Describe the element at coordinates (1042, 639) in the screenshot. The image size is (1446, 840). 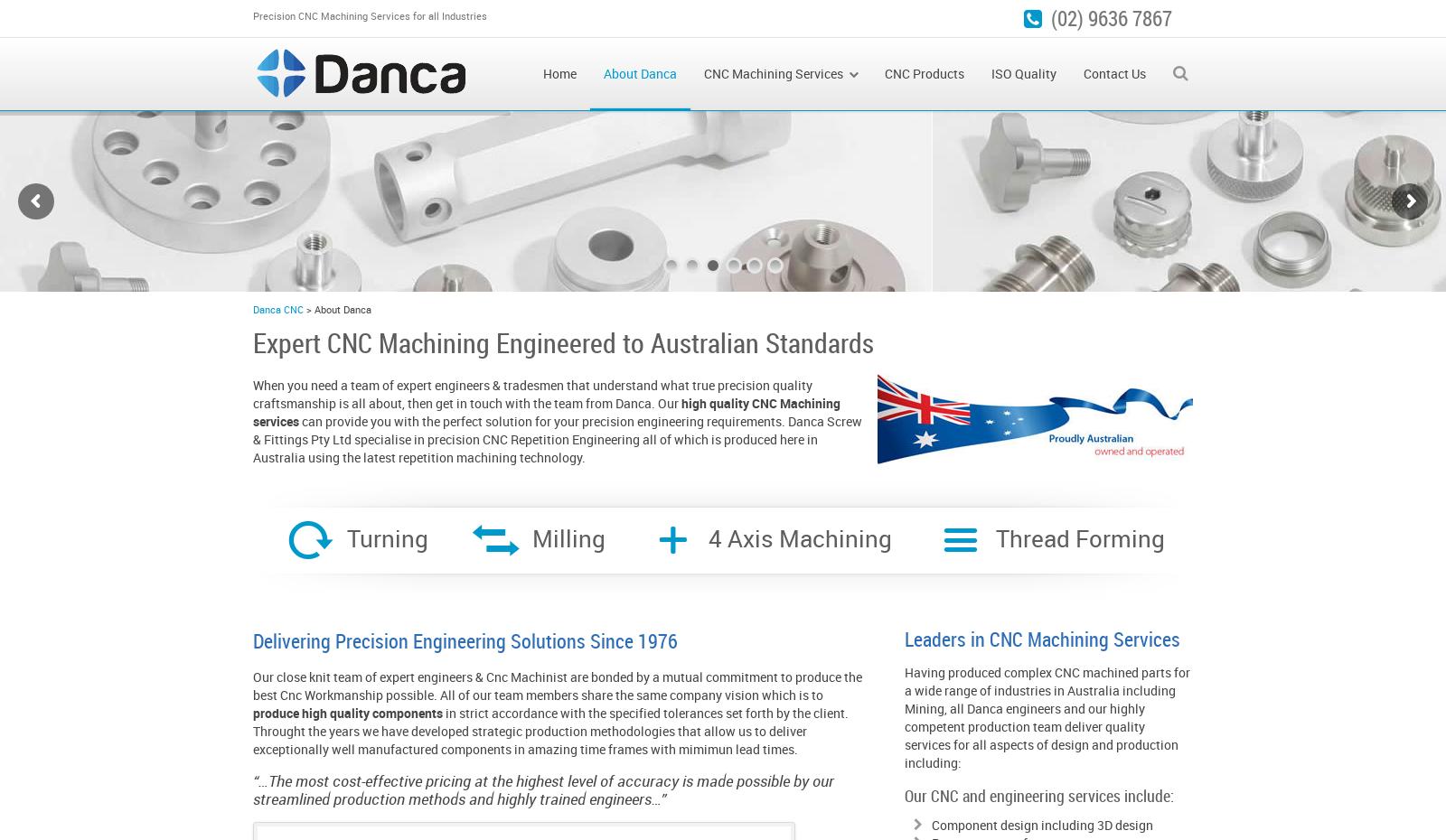
I see `'Leaders in CNC Machining Services'` at that location.